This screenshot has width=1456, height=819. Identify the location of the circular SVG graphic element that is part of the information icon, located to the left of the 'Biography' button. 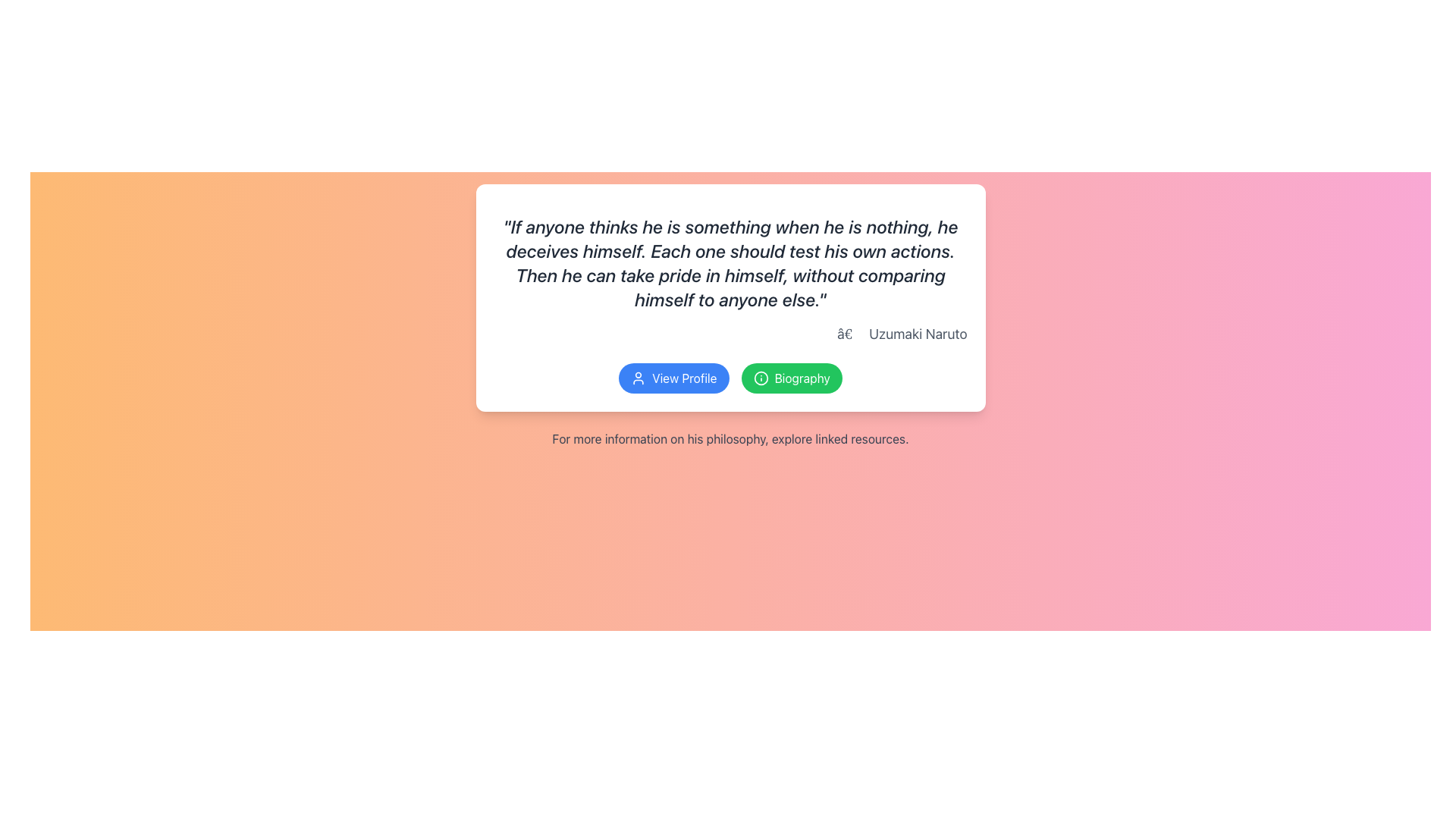
(761, 377).